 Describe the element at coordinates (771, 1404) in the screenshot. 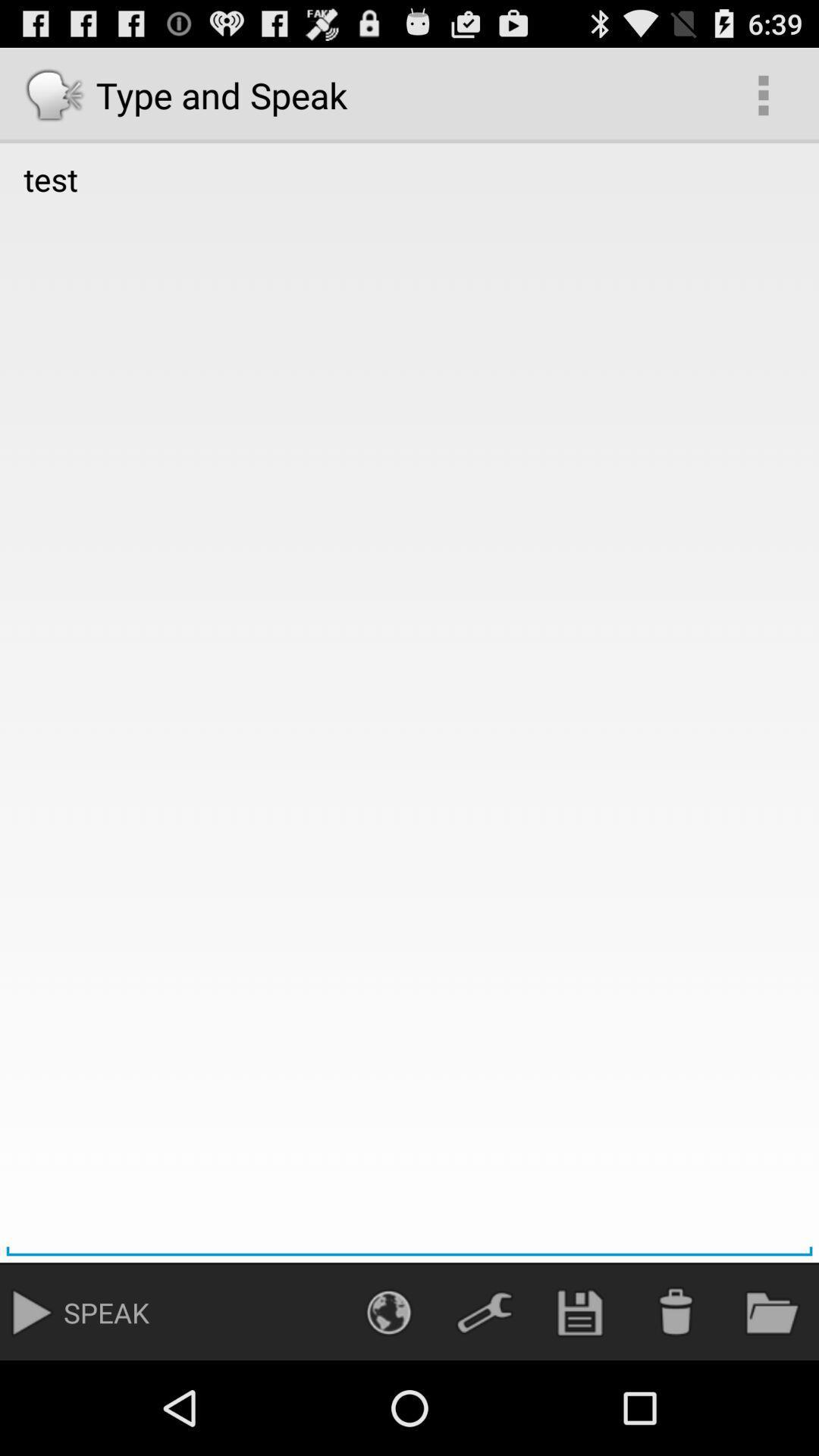

I see `the folder icon` at that location.